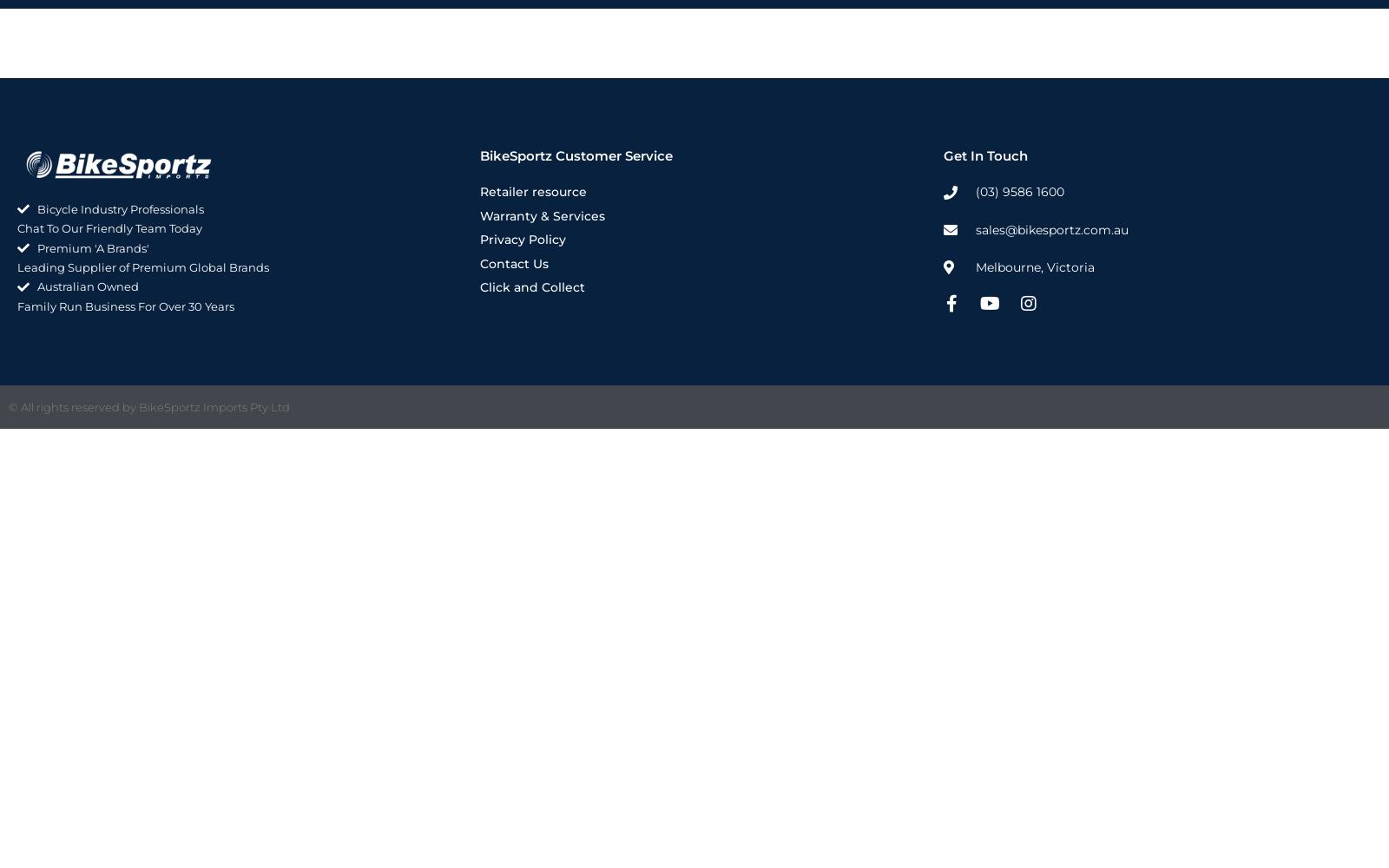 The image size is (1389, 868). What do you see at coordinates (86, 286) in the screenshot?
I see `'Australian Owned'` at bounding box center [86, 286].